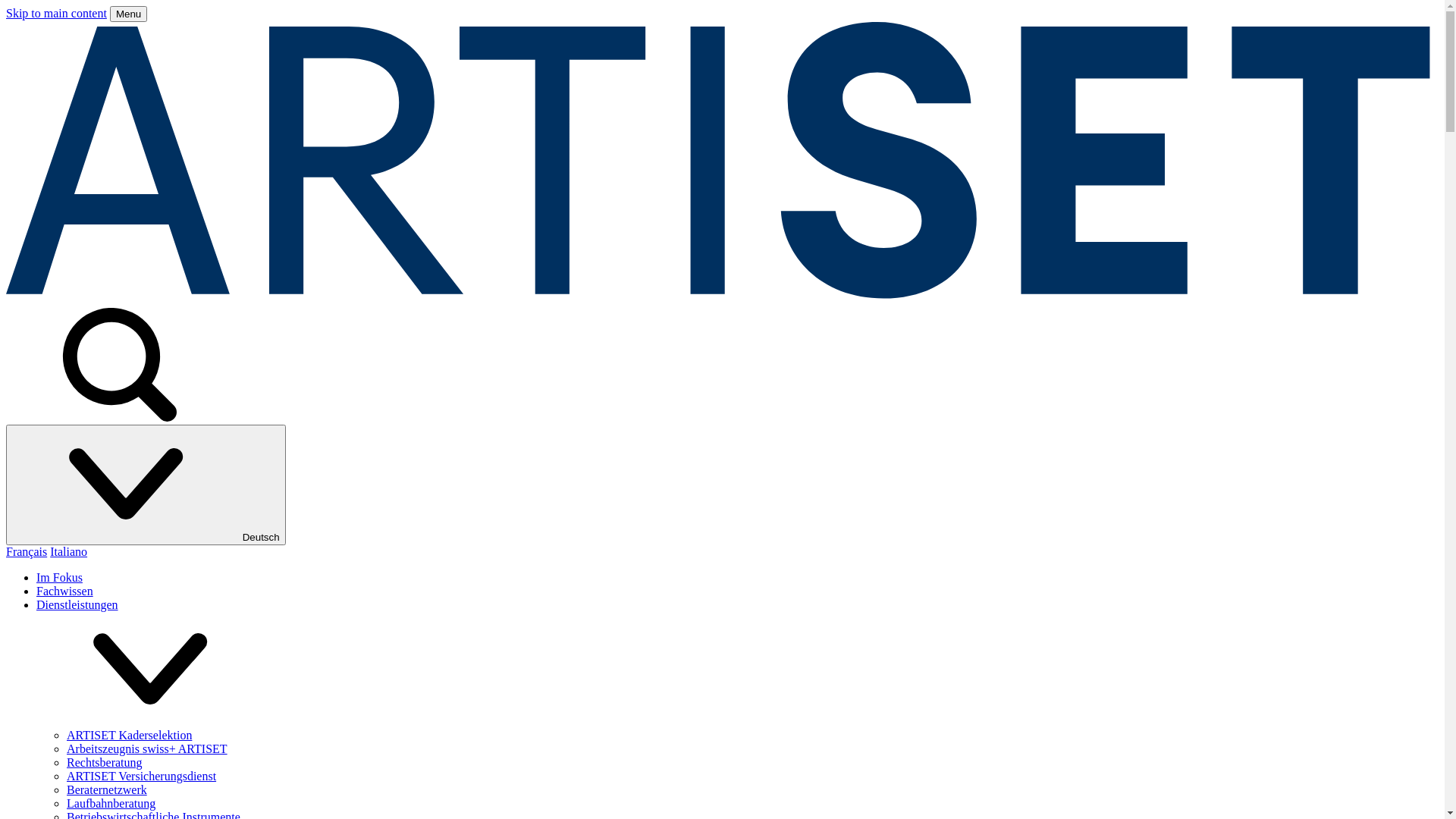 Image resolution: width=1456 pixels, height=819 pixels. I want to click on 'Menu', so click(128, 14).